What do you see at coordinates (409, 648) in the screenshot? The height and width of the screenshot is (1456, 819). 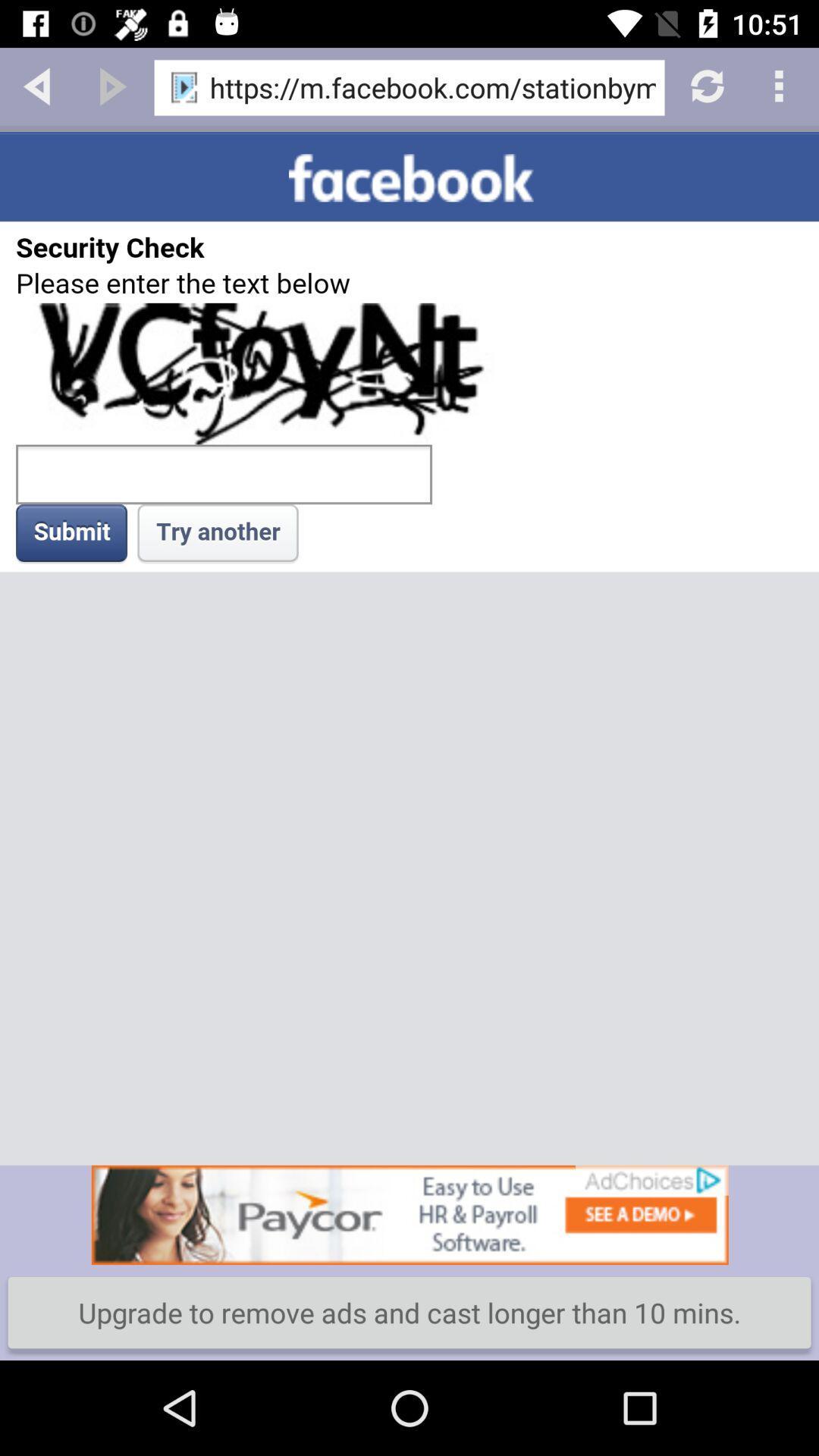 I see `input captcha` at bounding box center [409, 648].